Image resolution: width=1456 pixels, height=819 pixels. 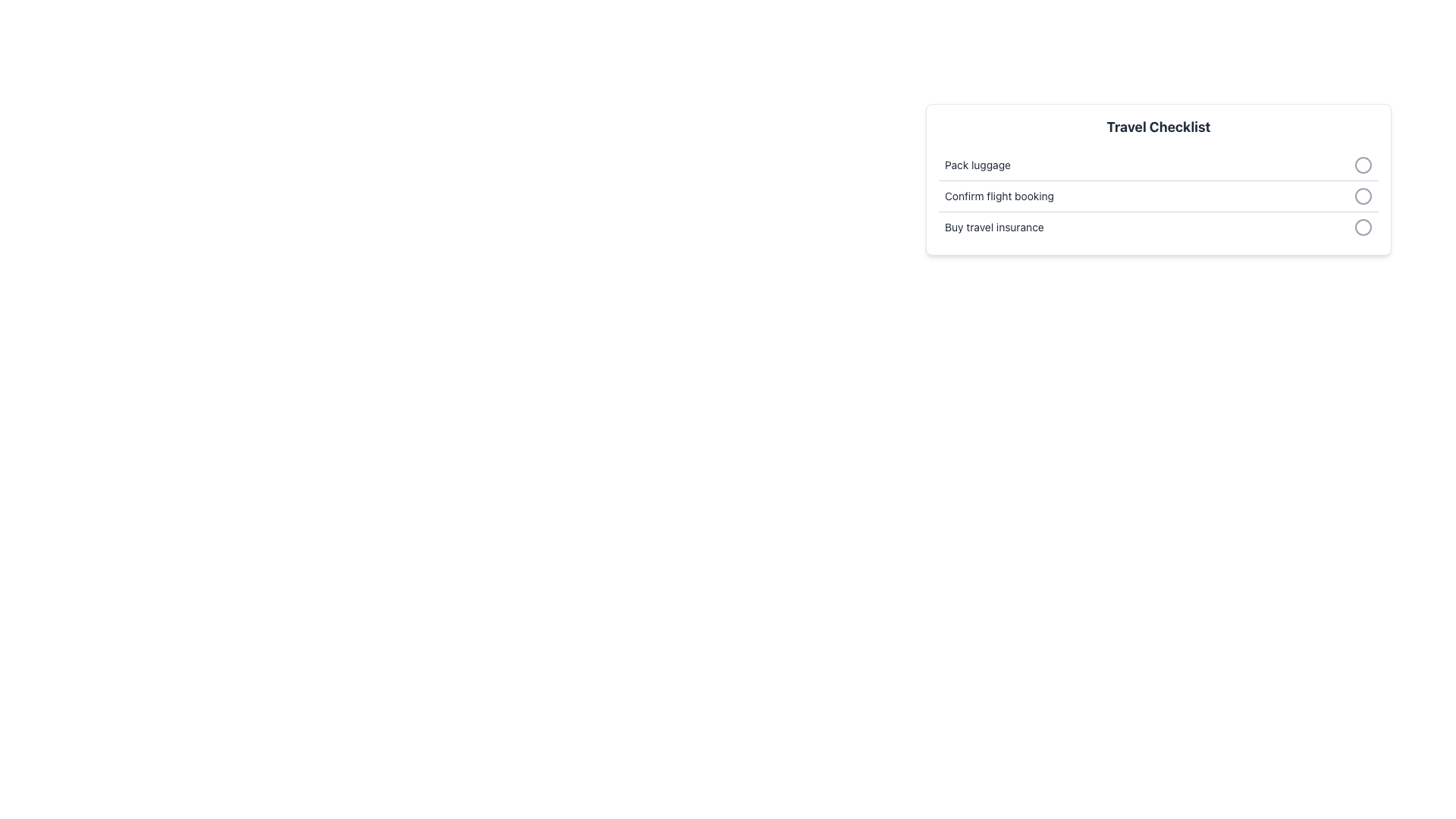 What do you see at coordinates (1363, 195) in the screenshot?
I see `the radio button for 'Confirm flight booking' located to the right of its label in the second item of the 'Travel Checklist'` at bounding box center [1363, 195].